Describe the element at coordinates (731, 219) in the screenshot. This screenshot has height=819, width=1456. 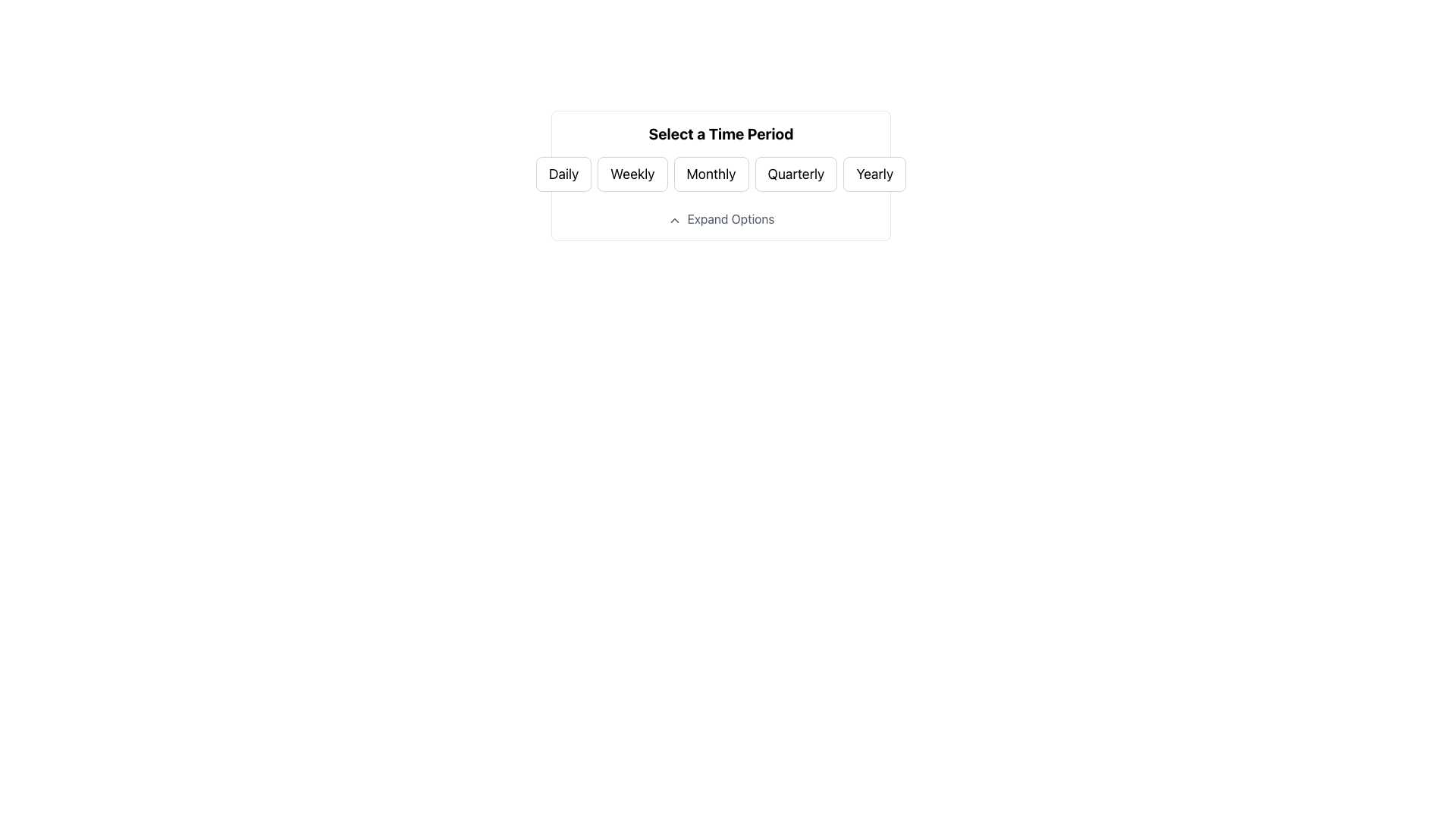
I see `the text label that says 'Expand Options', which is styled with medium-sized gray text and located directly beneath the time period selection buttons` at that location.